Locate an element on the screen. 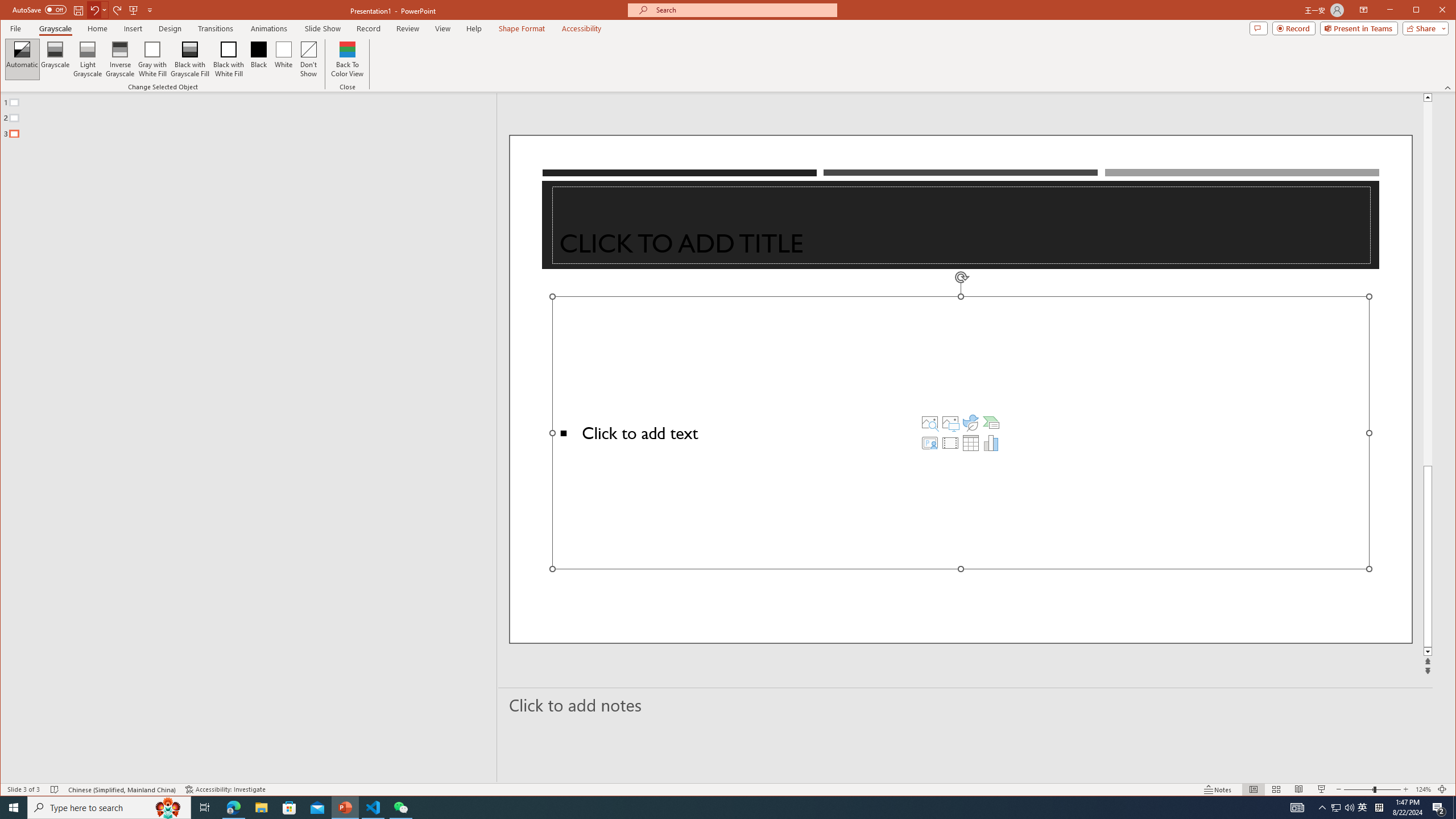 This screenshot has height=819, width=1456. 'White' is located at coordinates (283, 59).